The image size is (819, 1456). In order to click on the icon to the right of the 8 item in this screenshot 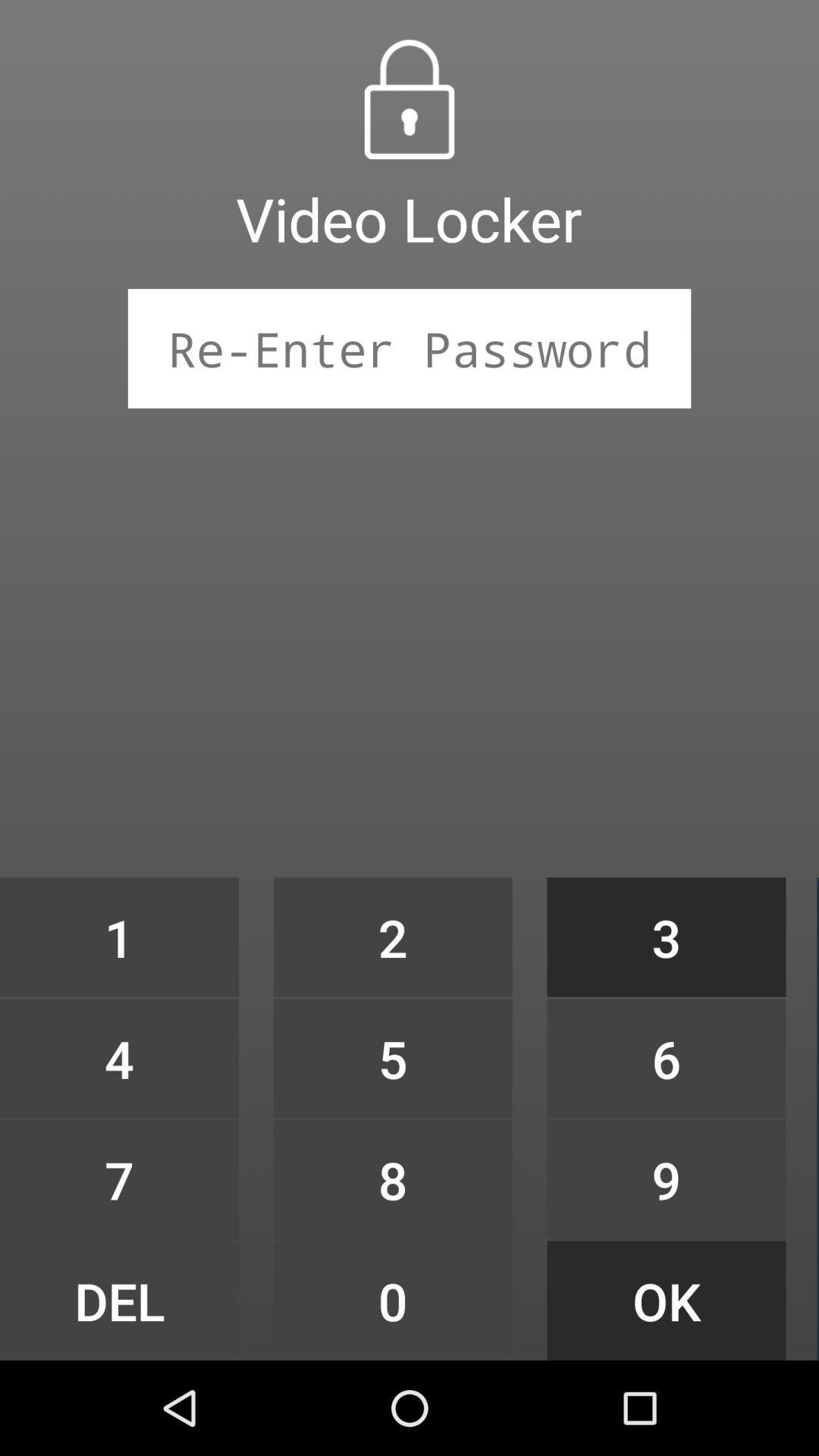, I will do `click(666, 1300)`.